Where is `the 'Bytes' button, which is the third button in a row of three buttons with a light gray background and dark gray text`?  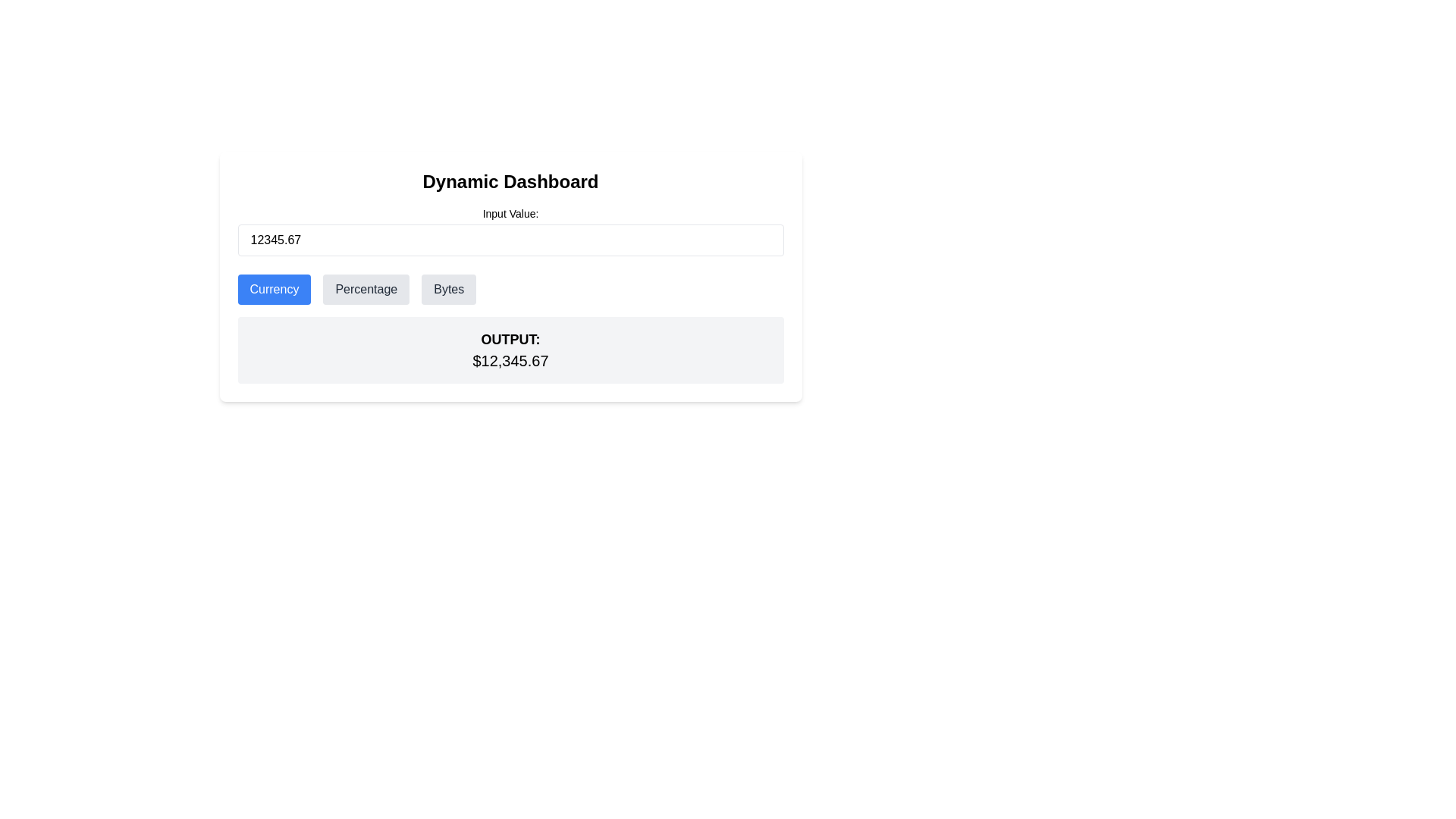 the 'Bytes' button, which is the third button in a row of three buttons with a light gray background and dark gray text is located at coordinates (448, 289).